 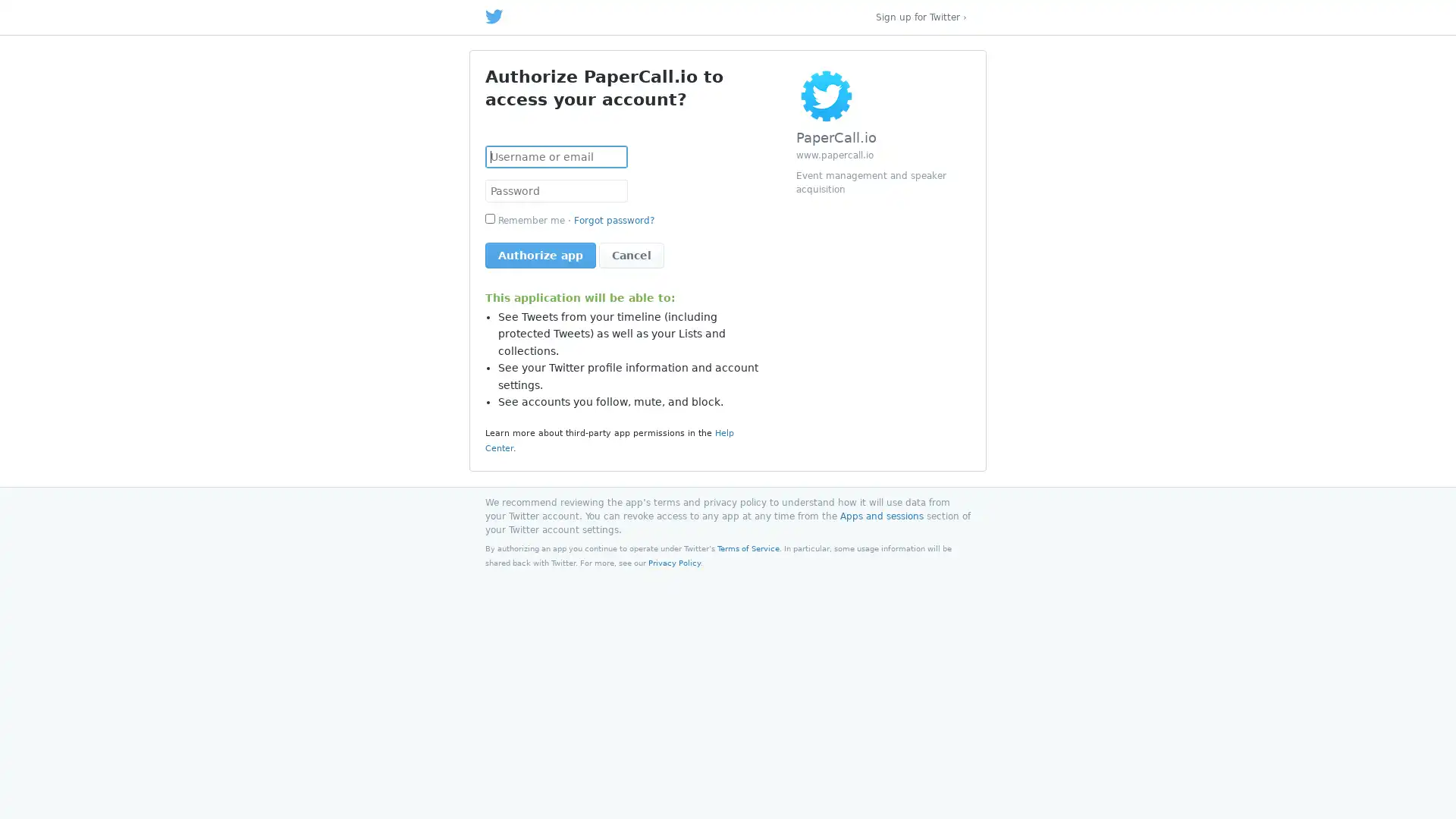 What do you see at coordinates (541, 254) in the screenshot?
I see `Authorize app` at bounding box center [541, 254].